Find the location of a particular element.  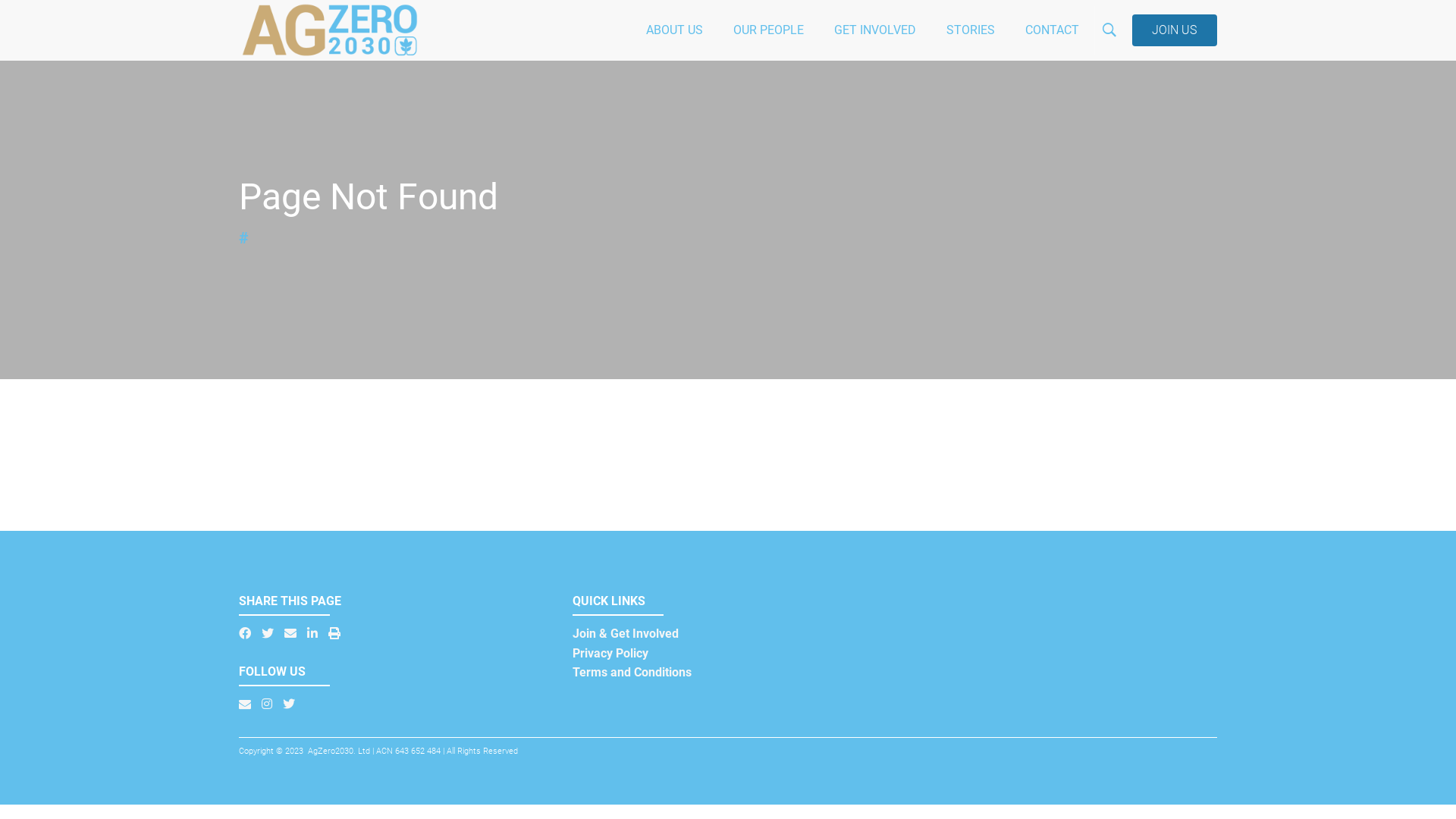

'Instagram' is located at coordinates (266, 704).